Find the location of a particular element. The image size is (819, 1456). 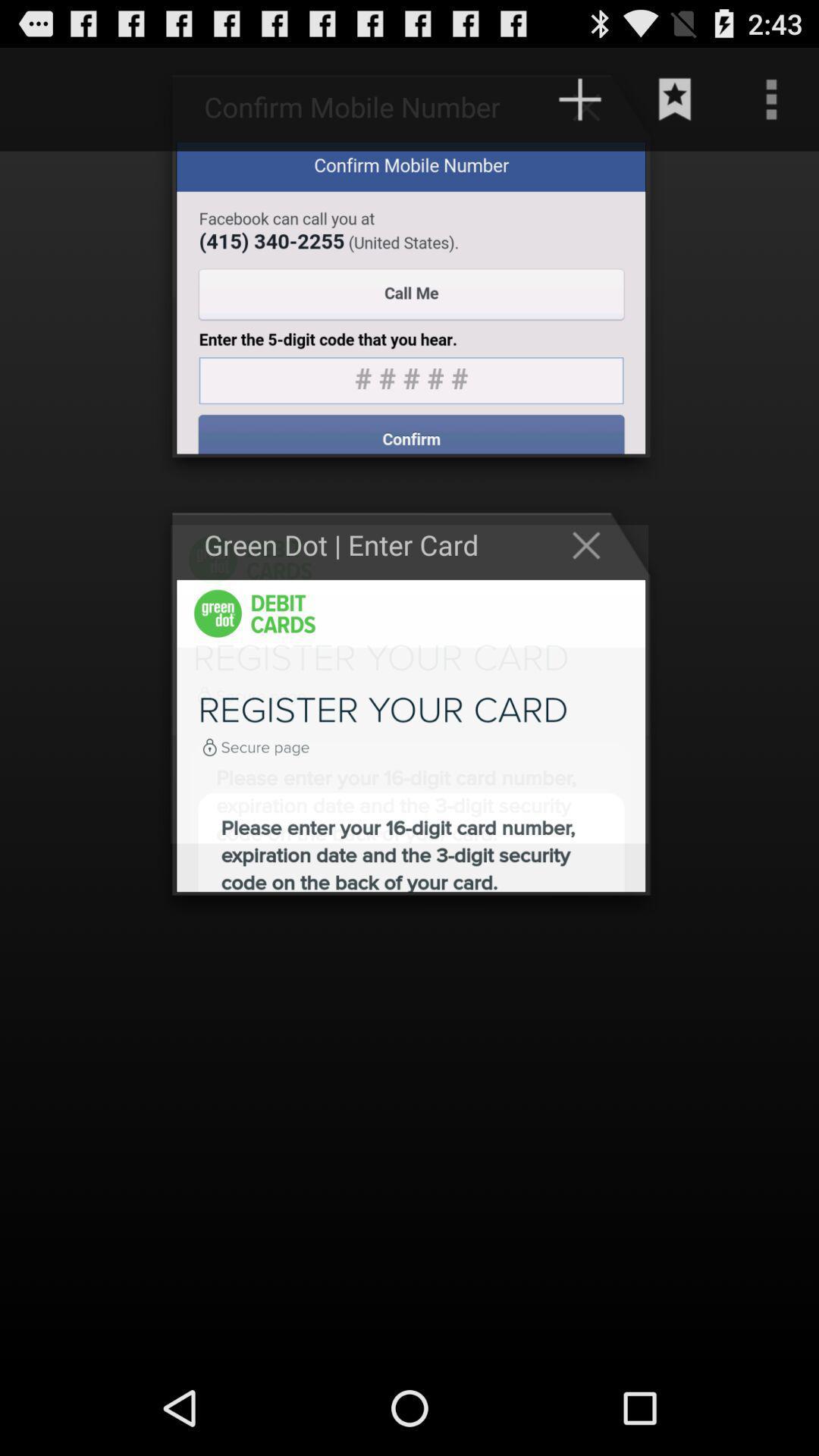

the close icon is located at coordinates (593, 582).